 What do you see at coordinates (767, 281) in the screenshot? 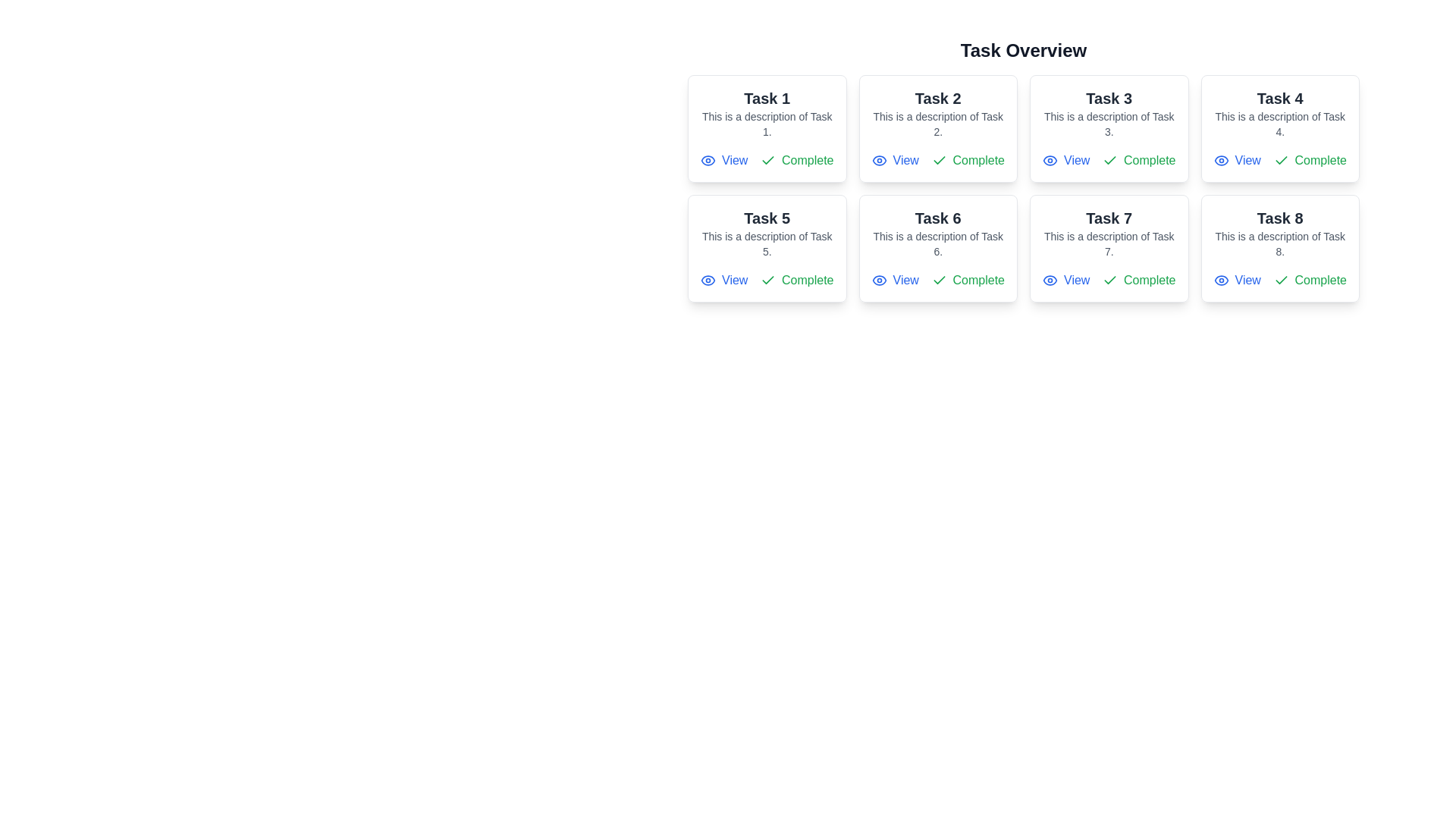
I see `the 'Complete' button containing the SVG icon for marking 'Task 5' as complete, located in the second action item of the task management interface` at bounding box center [767, 281].